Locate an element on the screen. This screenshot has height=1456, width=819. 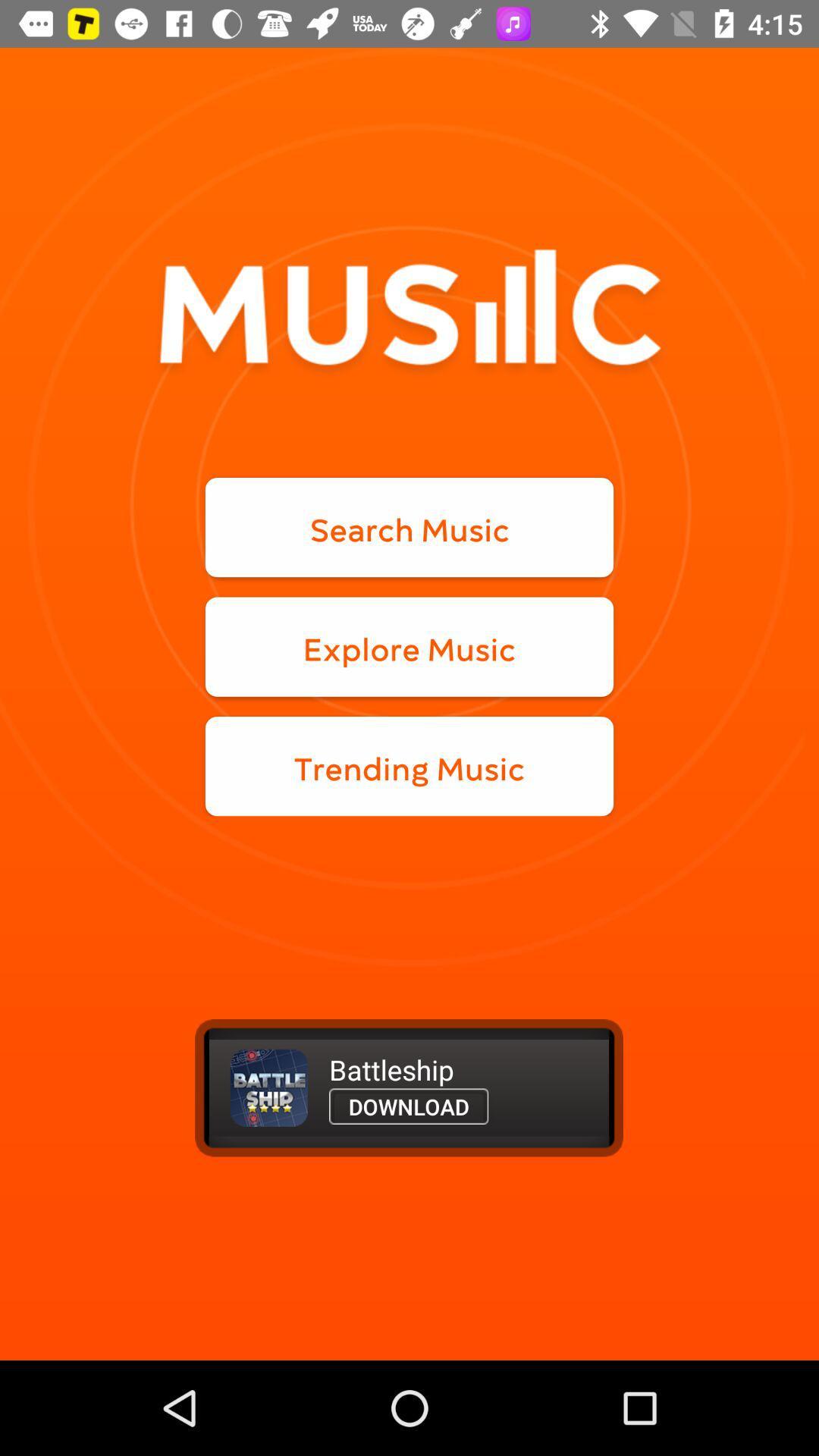
explore music item is located at coordinates (409, 647).